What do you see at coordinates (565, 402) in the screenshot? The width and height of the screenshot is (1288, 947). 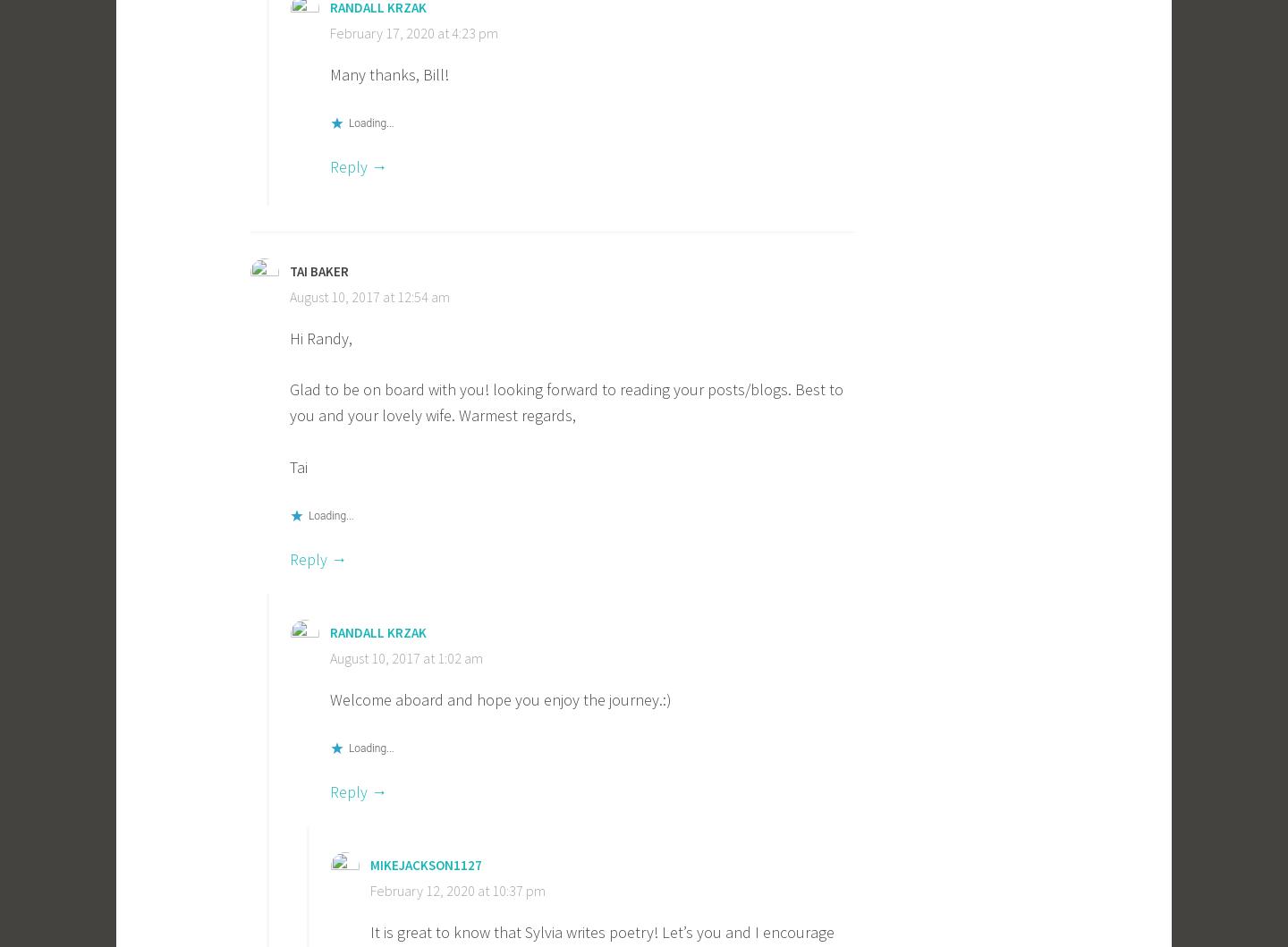 I see `'Glad to be on board with you! looking forward to reading your posts/blogs. Best to you and your lovely wife. Warmest regards,'` at bounding box center [565, 402].